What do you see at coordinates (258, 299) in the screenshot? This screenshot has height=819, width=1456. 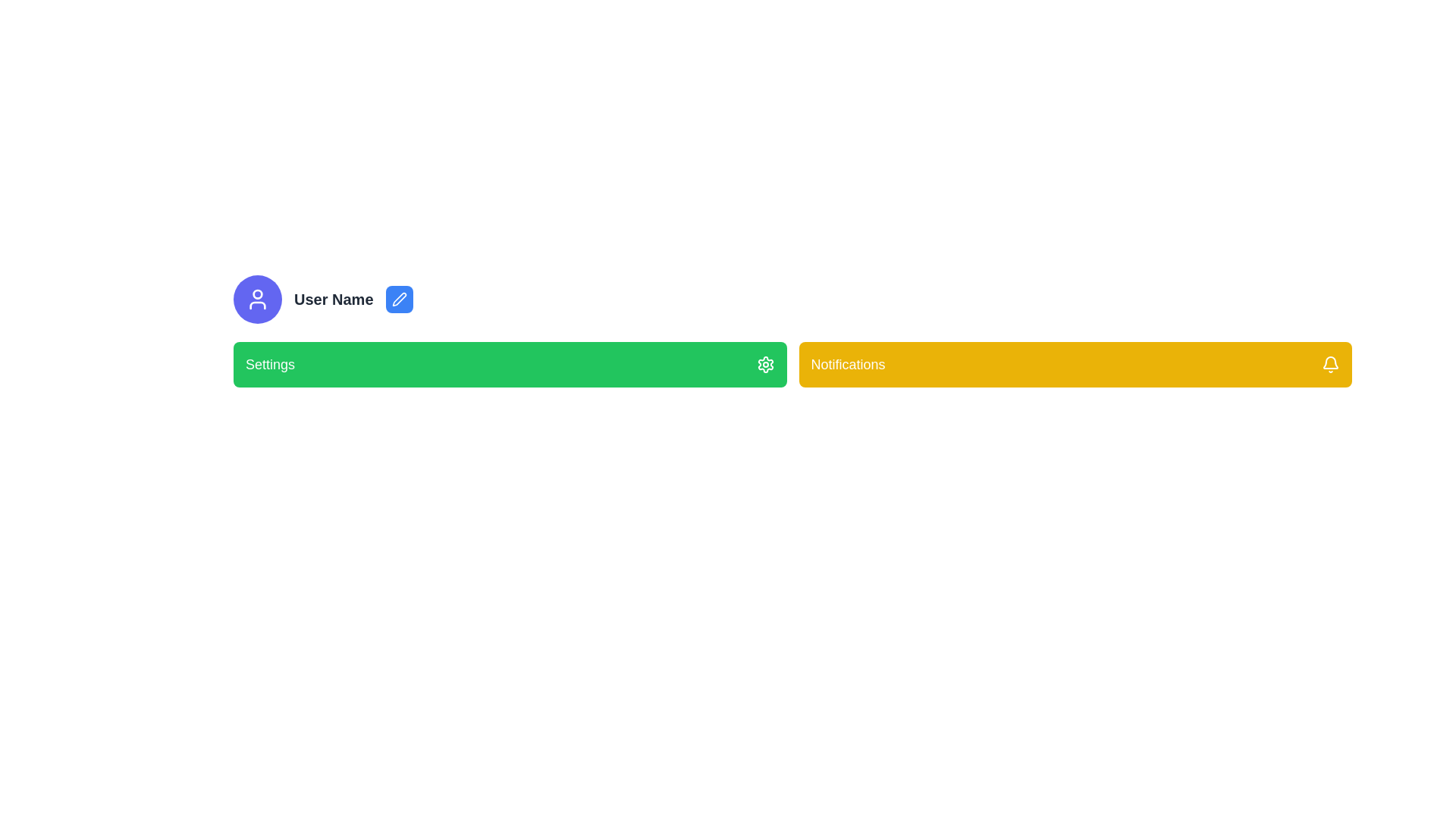 I see `the user icon, which is a circular element with a purple background and a white line drawing of a person, located to the left of the 'User Name' text` at bounding box center [258, 299].